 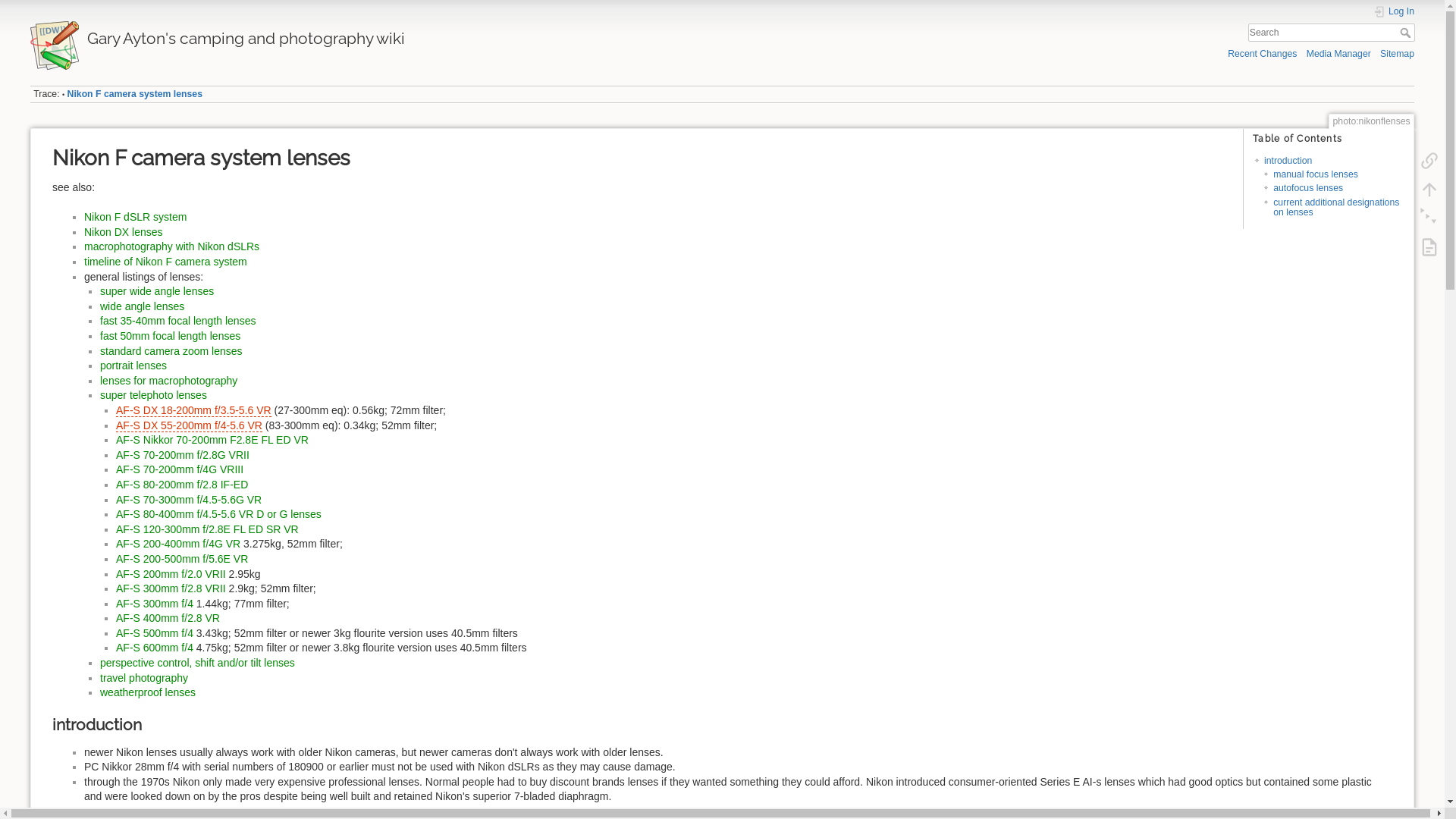 What do you see at coordinates (99, 291) in the screenshot?
I see `'super wide angle lenses'` at bounding box center [99, 291].